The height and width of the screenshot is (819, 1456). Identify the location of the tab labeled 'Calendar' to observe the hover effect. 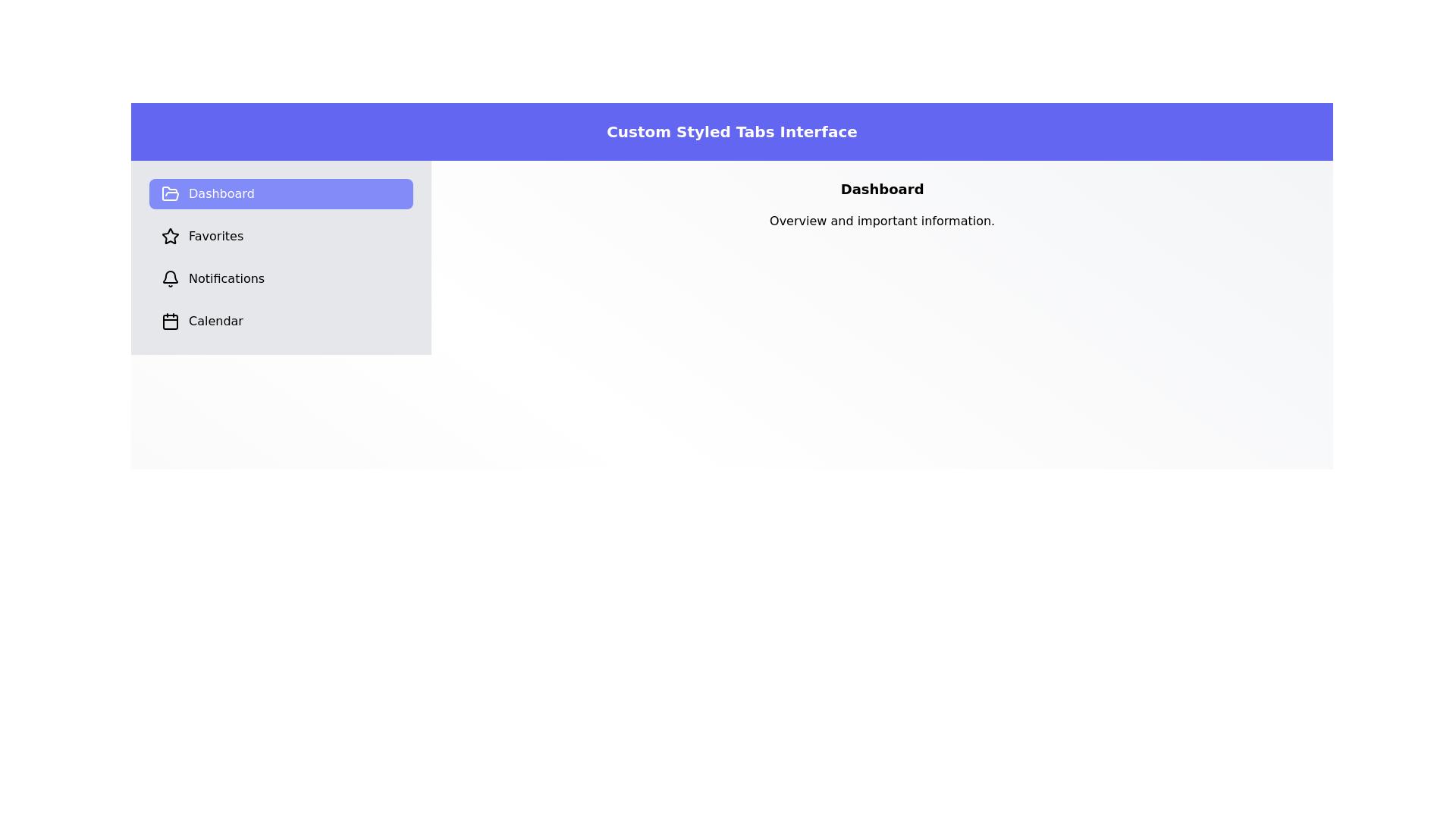
(281, 321).